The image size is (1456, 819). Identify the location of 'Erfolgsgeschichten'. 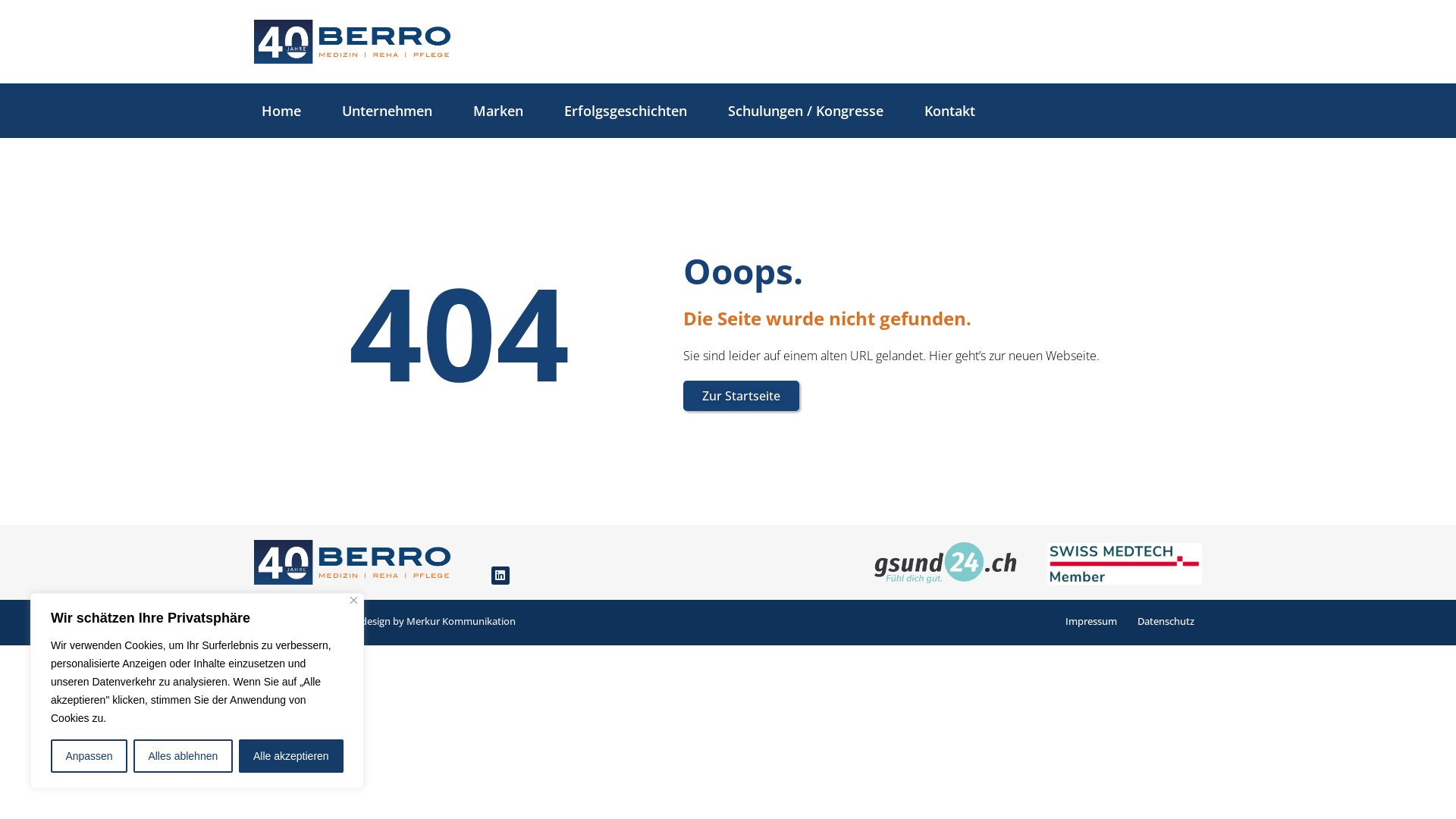
(625, 110).